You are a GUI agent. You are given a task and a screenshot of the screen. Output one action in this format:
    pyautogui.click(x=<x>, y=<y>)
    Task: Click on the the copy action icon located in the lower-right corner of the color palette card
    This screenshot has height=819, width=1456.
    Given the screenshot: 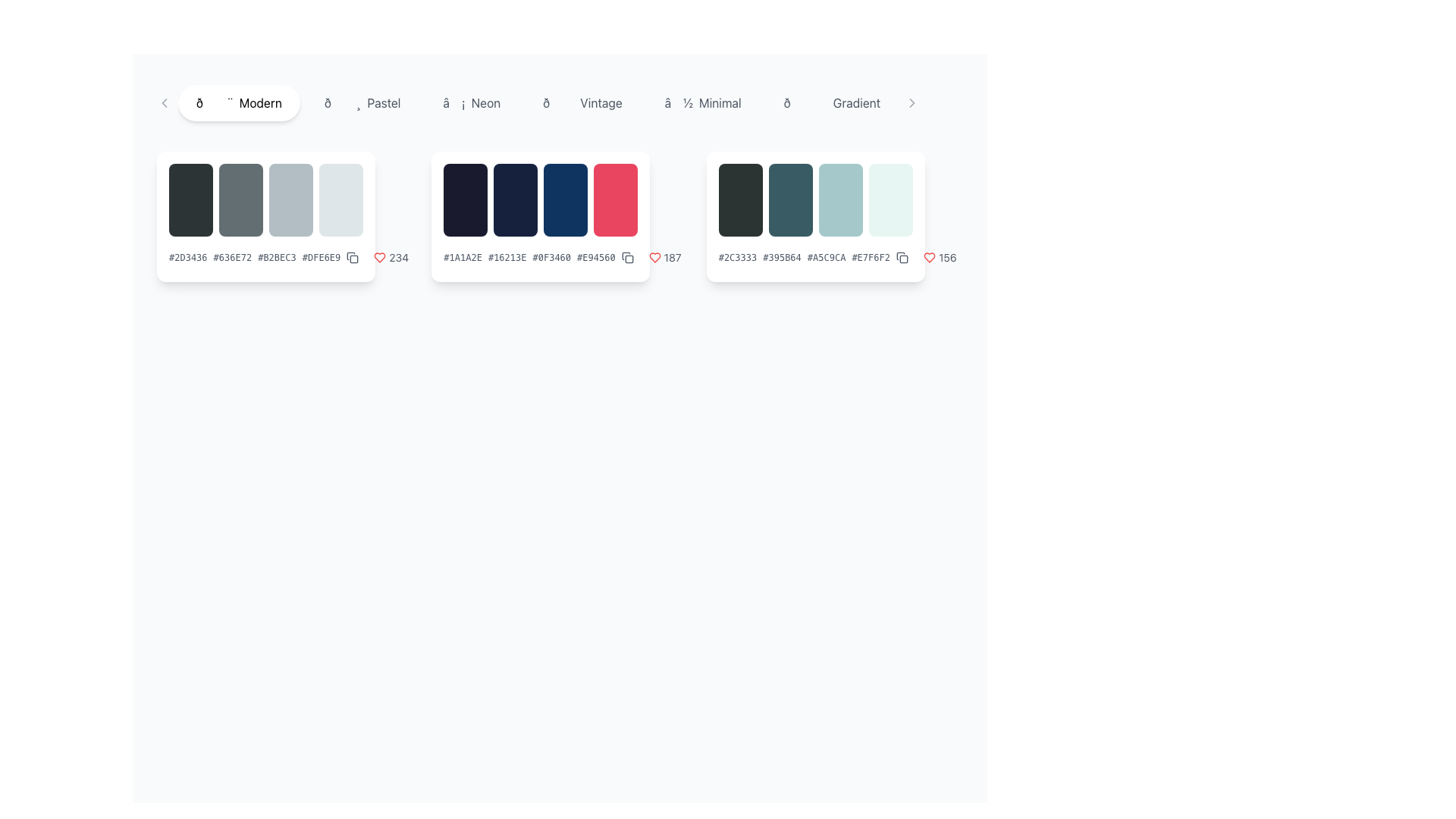 What is the action you would take?
    pyautogui.click(x=902, y=256)
    